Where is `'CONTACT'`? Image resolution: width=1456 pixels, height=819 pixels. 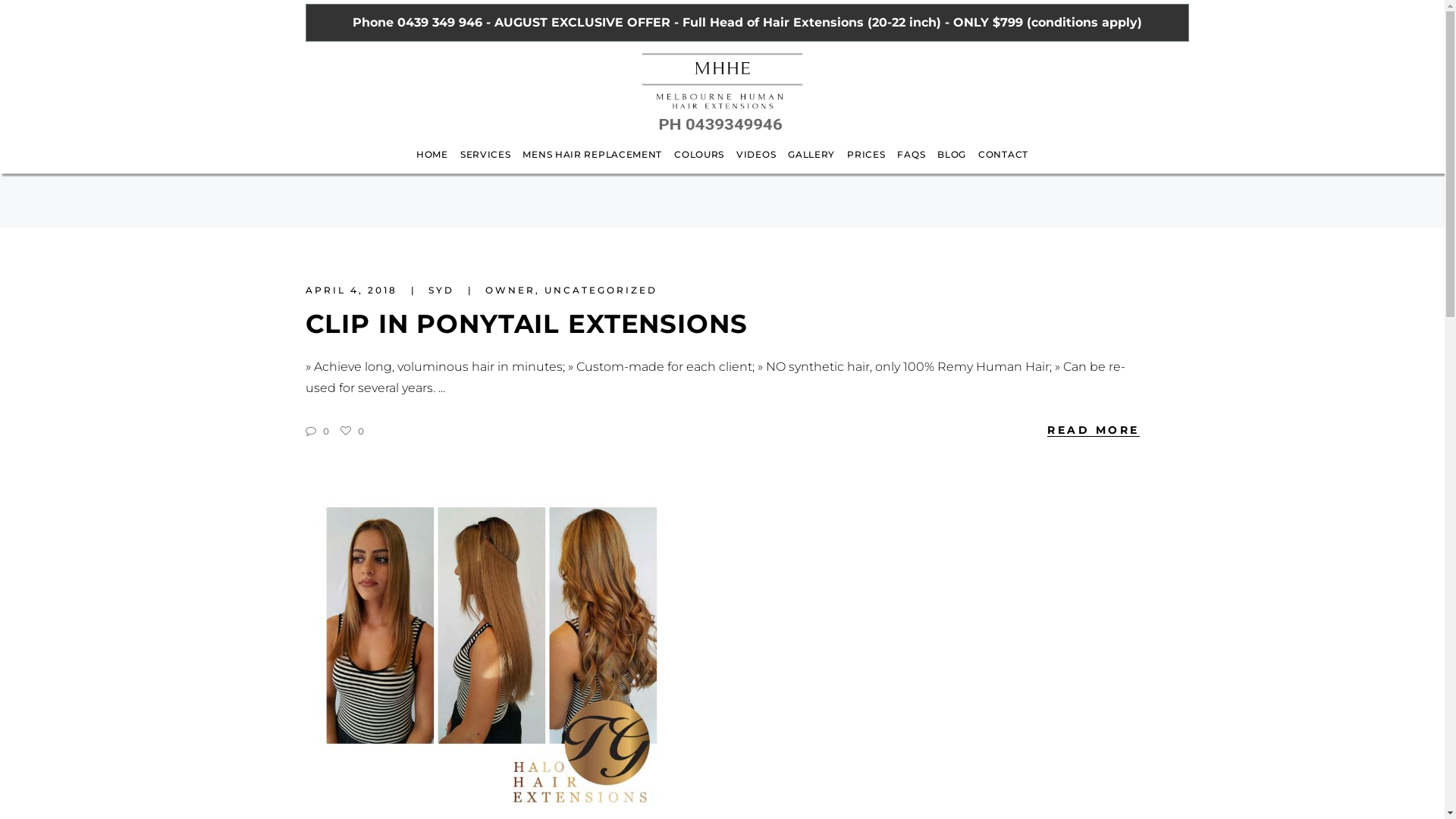 'CONTACT' is located at coordinates (1003, 164).